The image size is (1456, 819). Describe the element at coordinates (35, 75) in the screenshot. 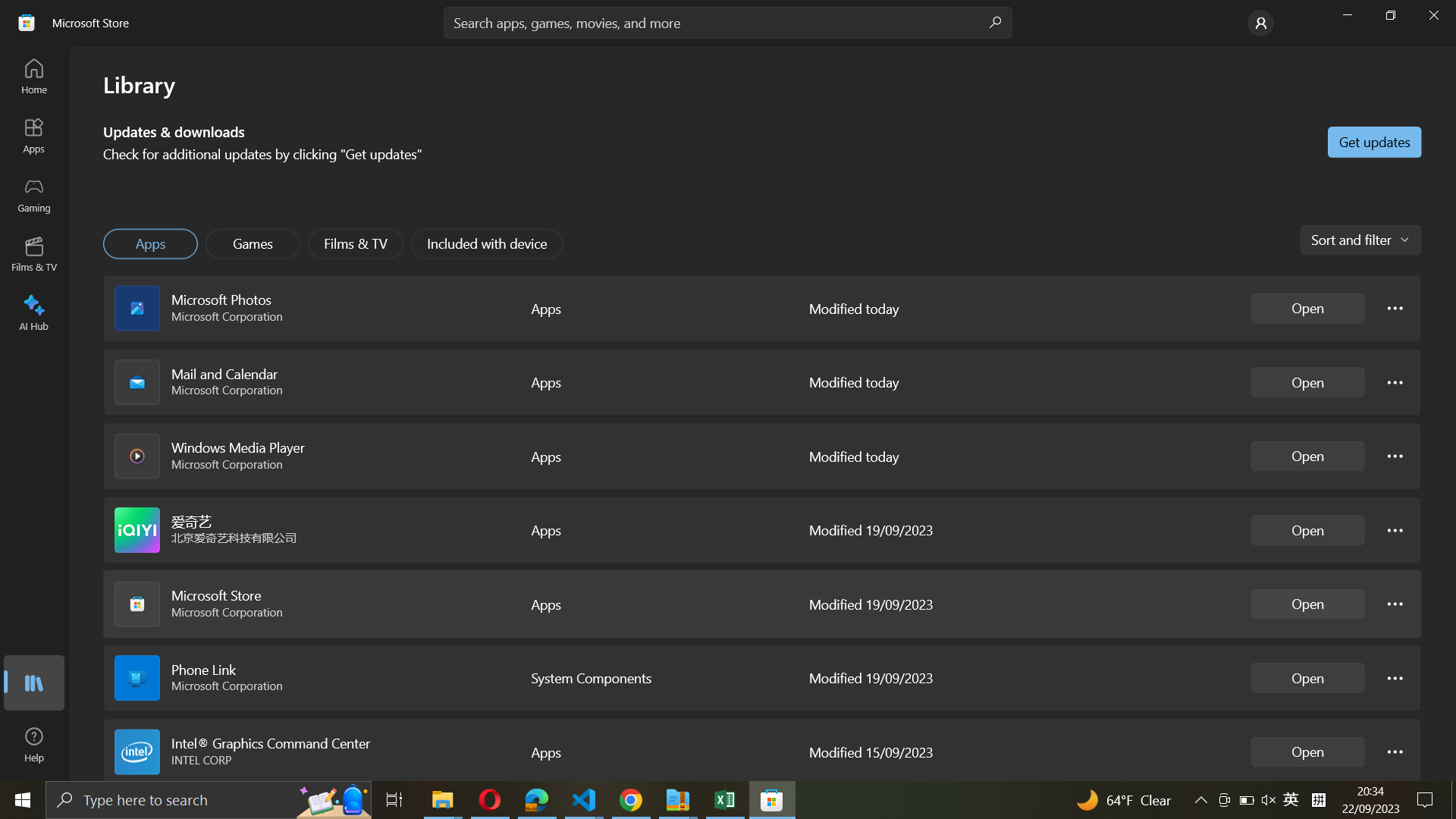

I see `Transition to Home Dashboard` at that location.